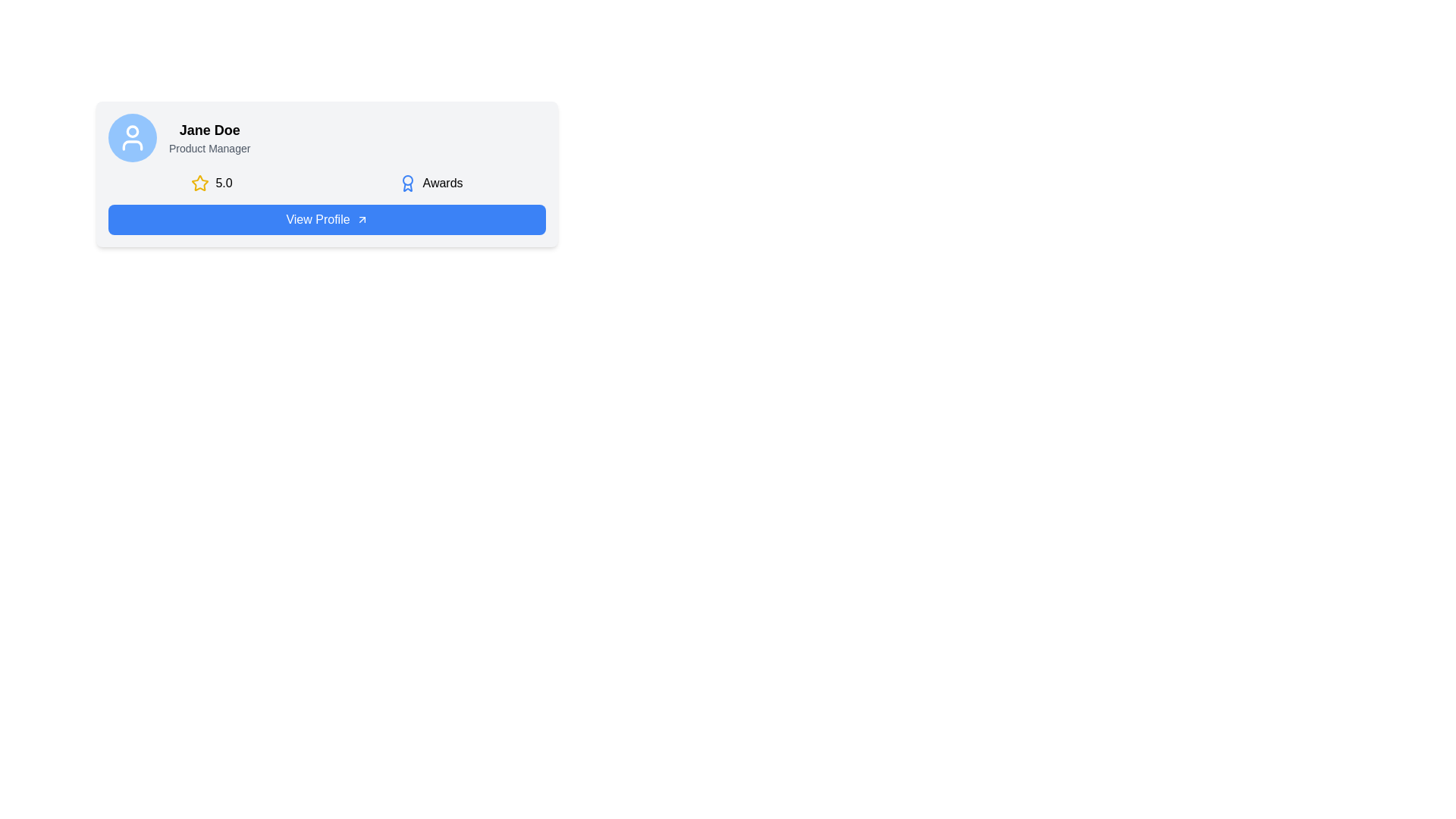 Image resolution: width=1456 pixels, height=819 pixels. Describe the element at coordinates (407, 183) in the screenshot. I see `the decorative SVG icon representing 'Awards' located to the left of the text 'Awards' in the user profile summary` at that location.